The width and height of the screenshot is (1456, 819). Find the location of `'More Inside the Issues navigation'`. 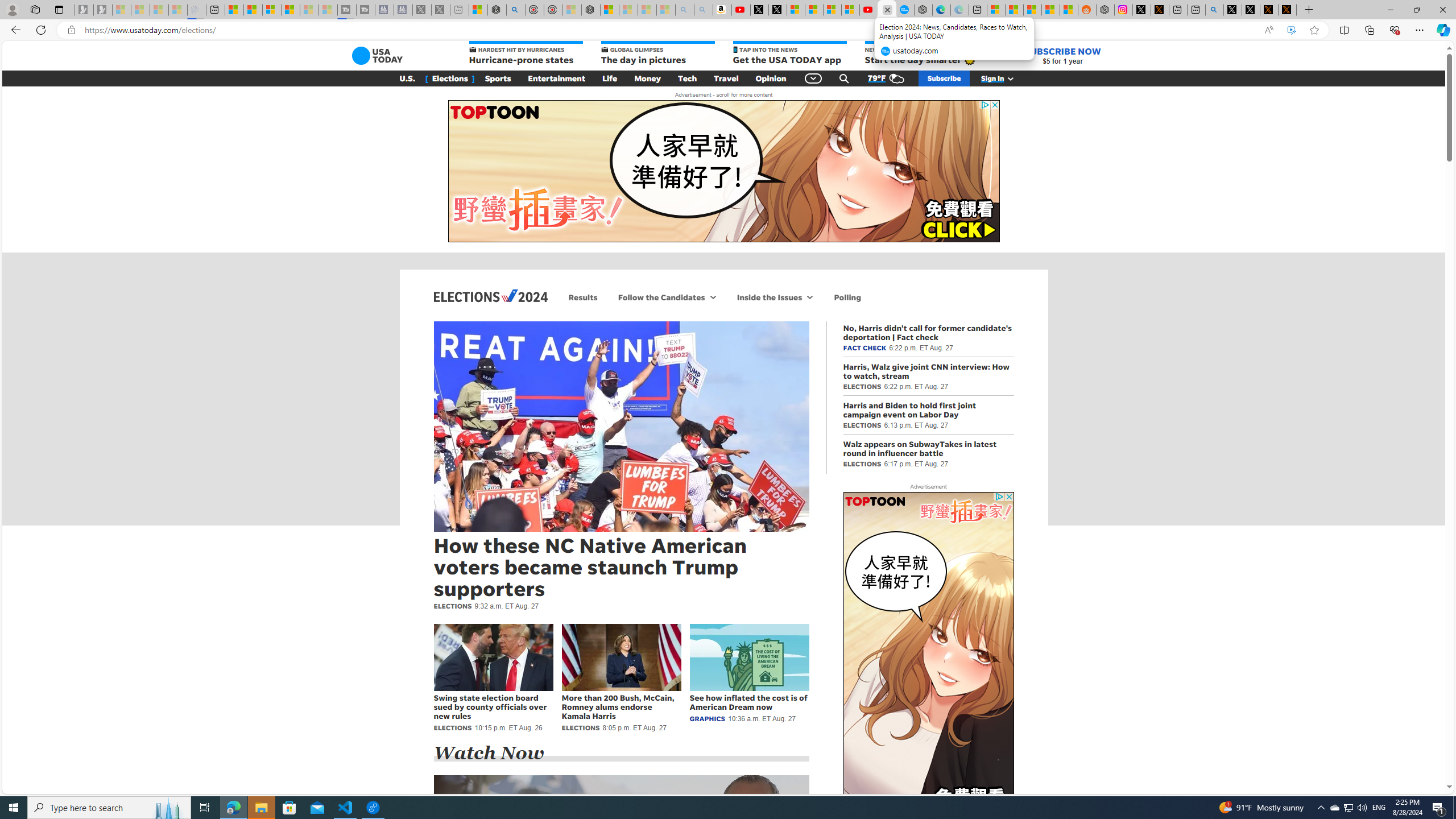

'More Inside the Issues navigation' is located at coordinates (809, 296).